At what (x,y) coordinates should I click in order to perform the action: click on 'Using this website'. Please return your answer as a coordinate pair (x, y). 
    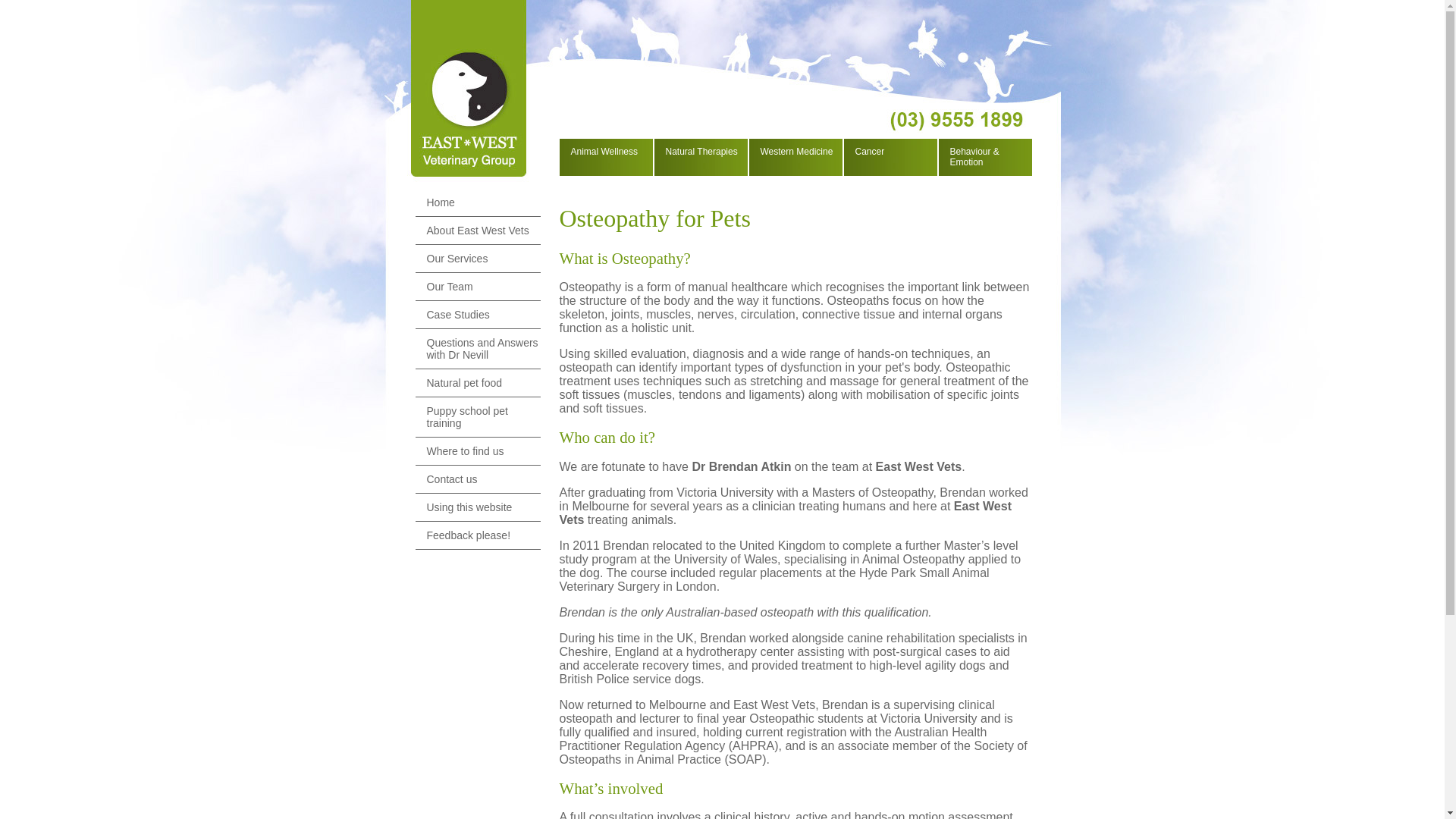
    Looking at the image, I should click on (415, 507).